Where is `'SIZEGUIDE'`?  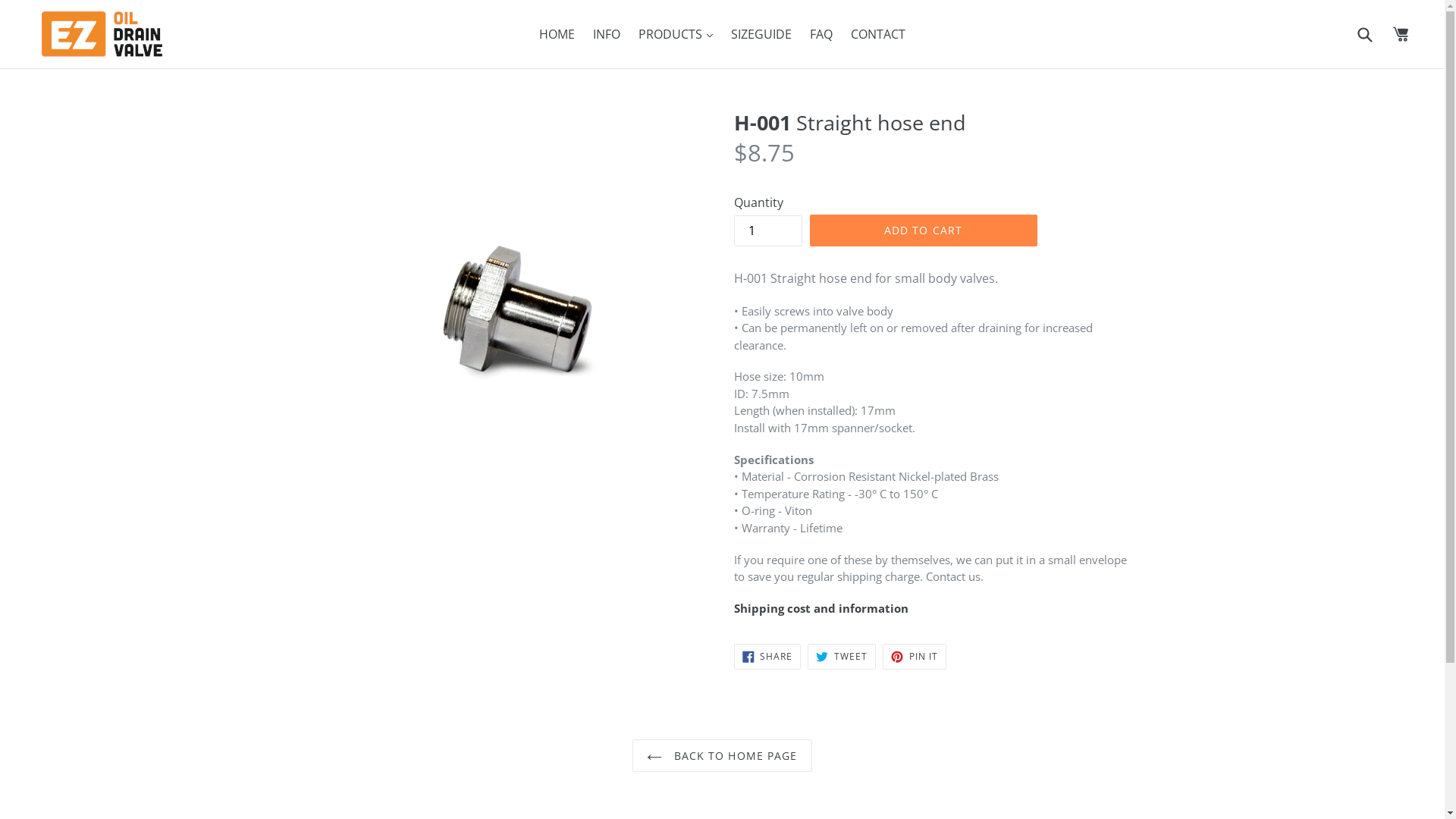
'SIZEGUIDE' is located at coordinates (761, 34).